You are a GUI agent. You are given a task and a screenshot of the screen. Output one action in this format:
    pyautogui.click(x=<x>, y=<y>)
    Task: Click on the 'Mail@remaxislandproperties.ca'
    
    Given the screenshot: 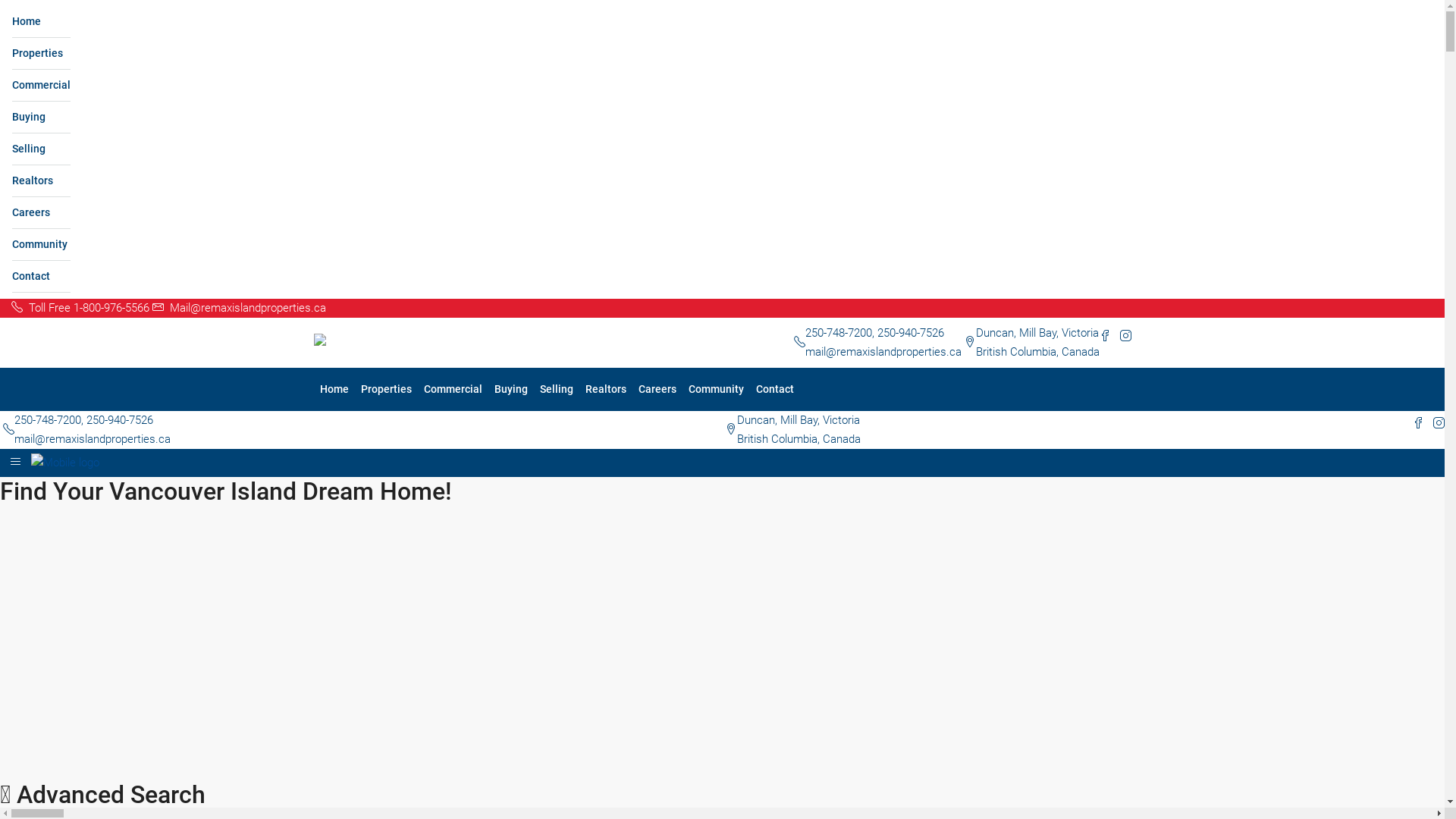 What is the action you would take?
    pyautogui.click(x=238, y=307)
    